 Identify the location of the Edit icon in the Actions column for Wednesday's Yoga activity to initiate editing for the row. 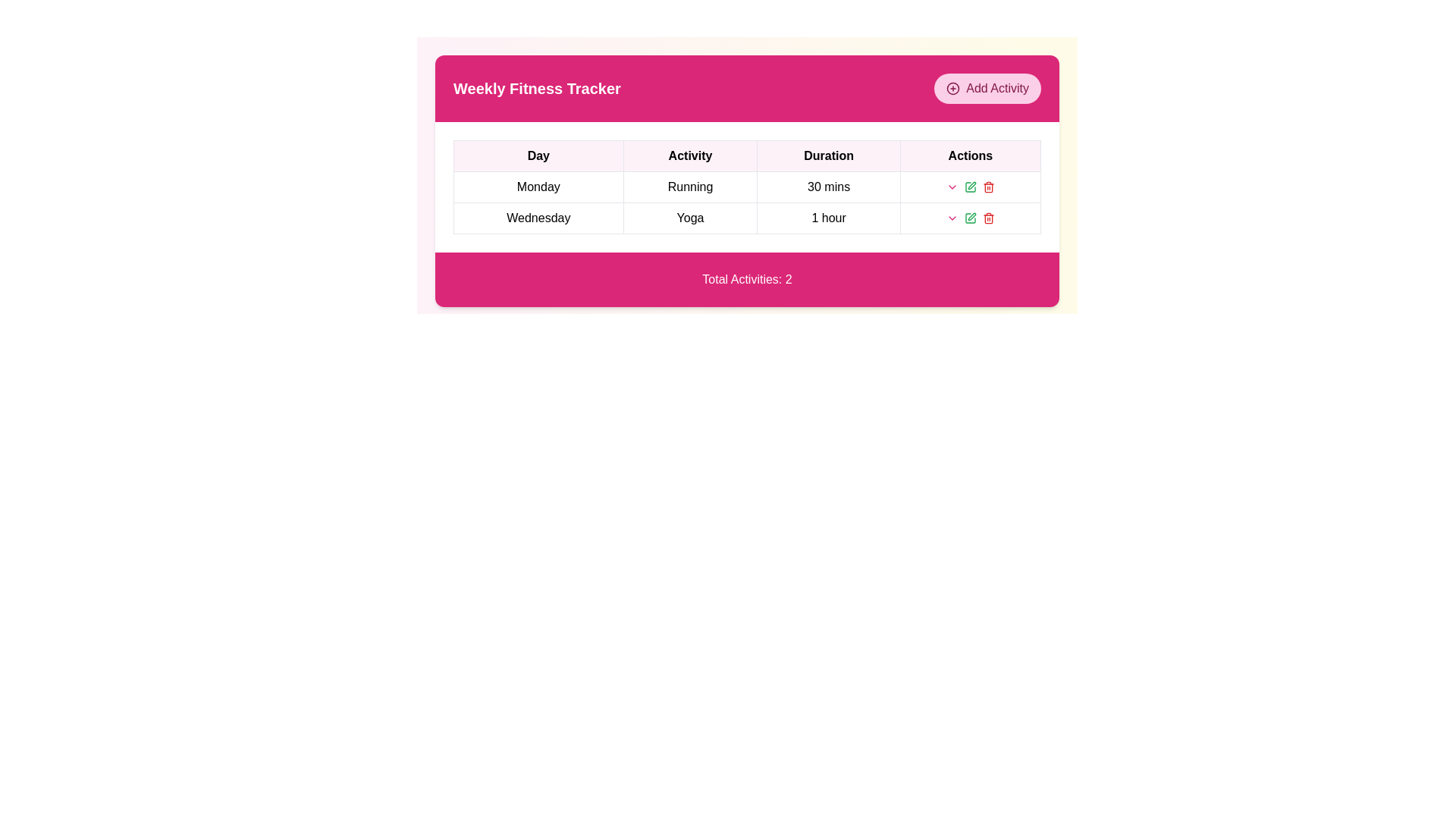
(971, 185).